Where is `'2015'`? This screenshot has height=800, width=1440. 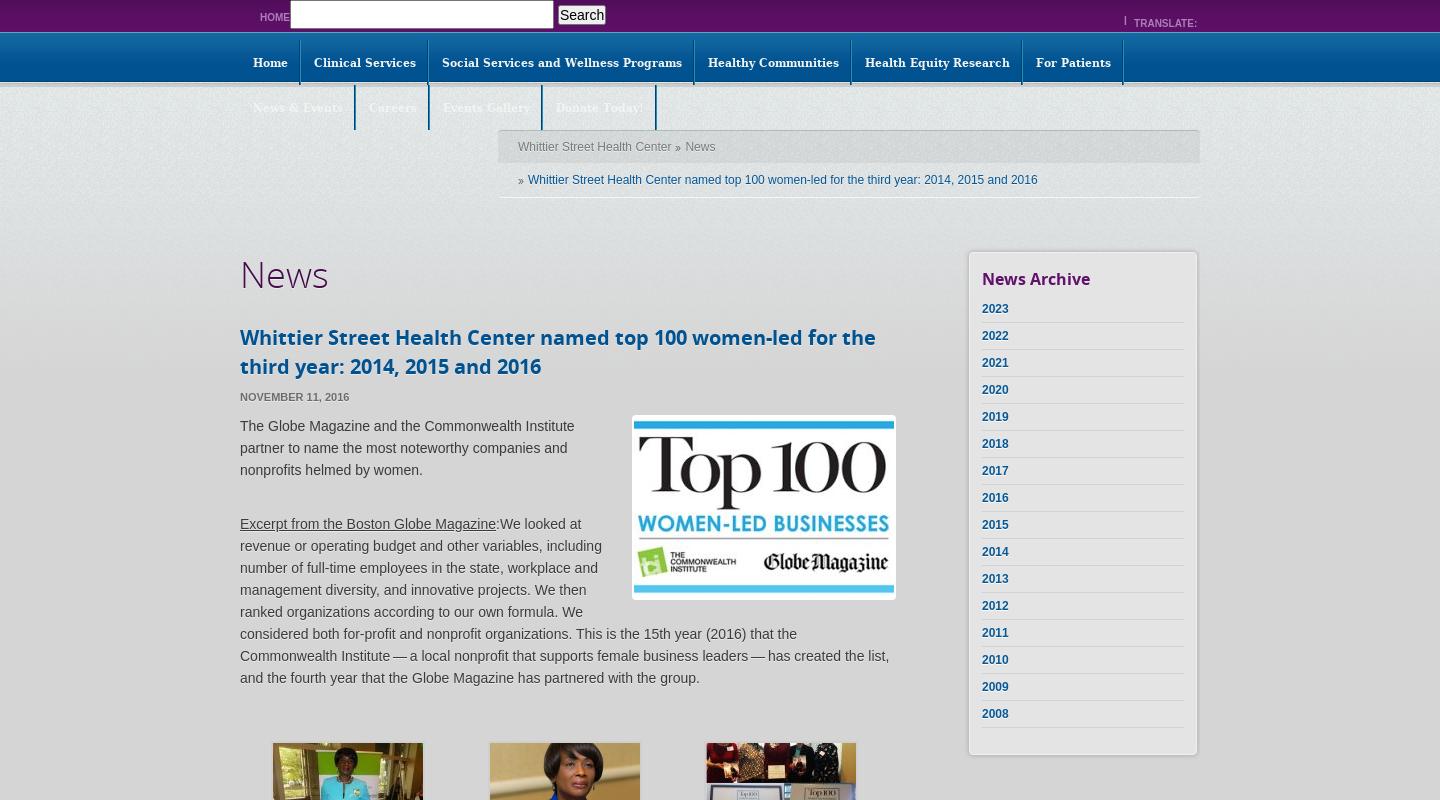
'2015' is located at coordinates (994, 523).